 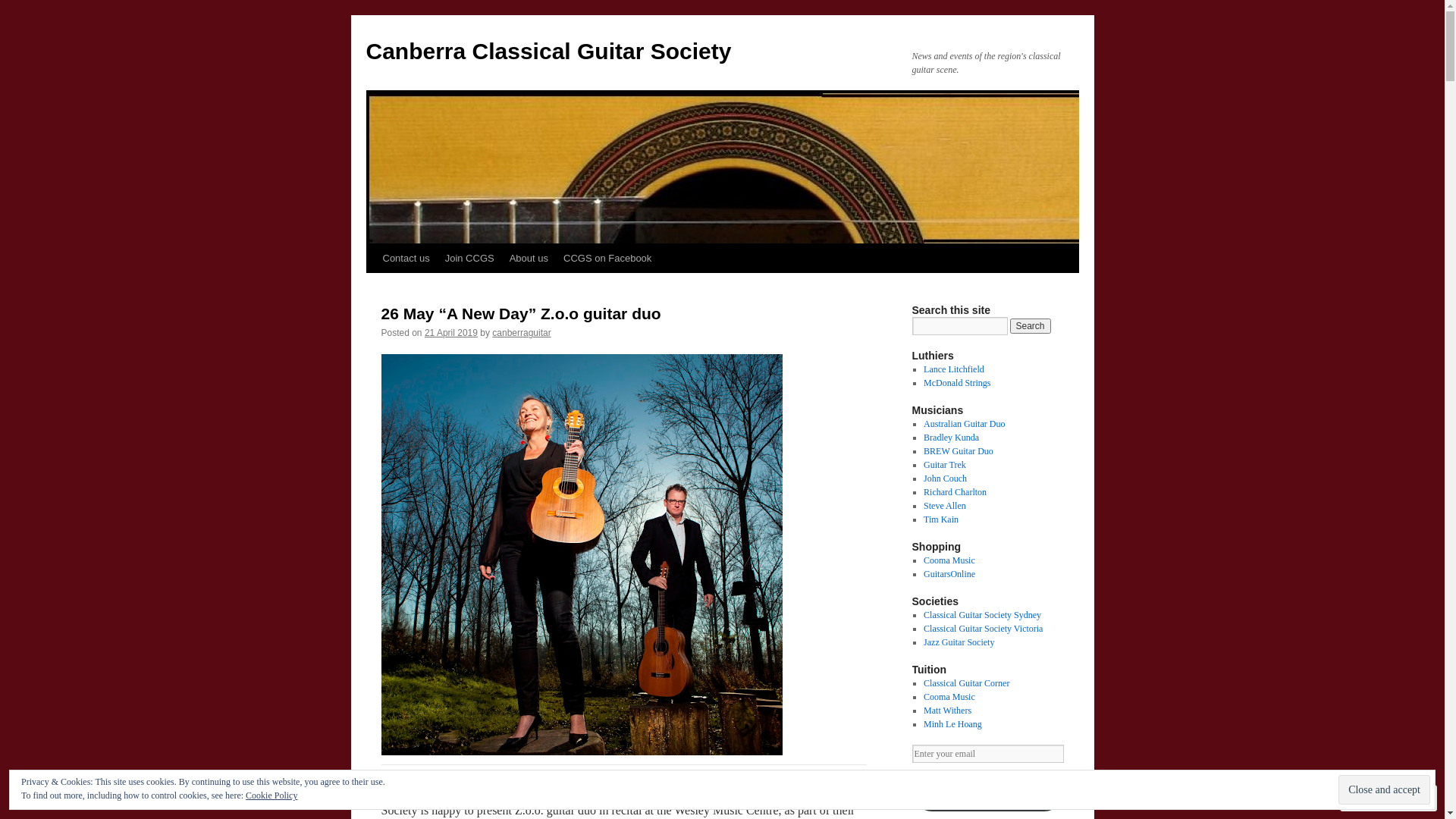 What do you see at coordinates (910, 754) in the screenshot?
I see `'Enter your email'` at bounding box center [910, 754].